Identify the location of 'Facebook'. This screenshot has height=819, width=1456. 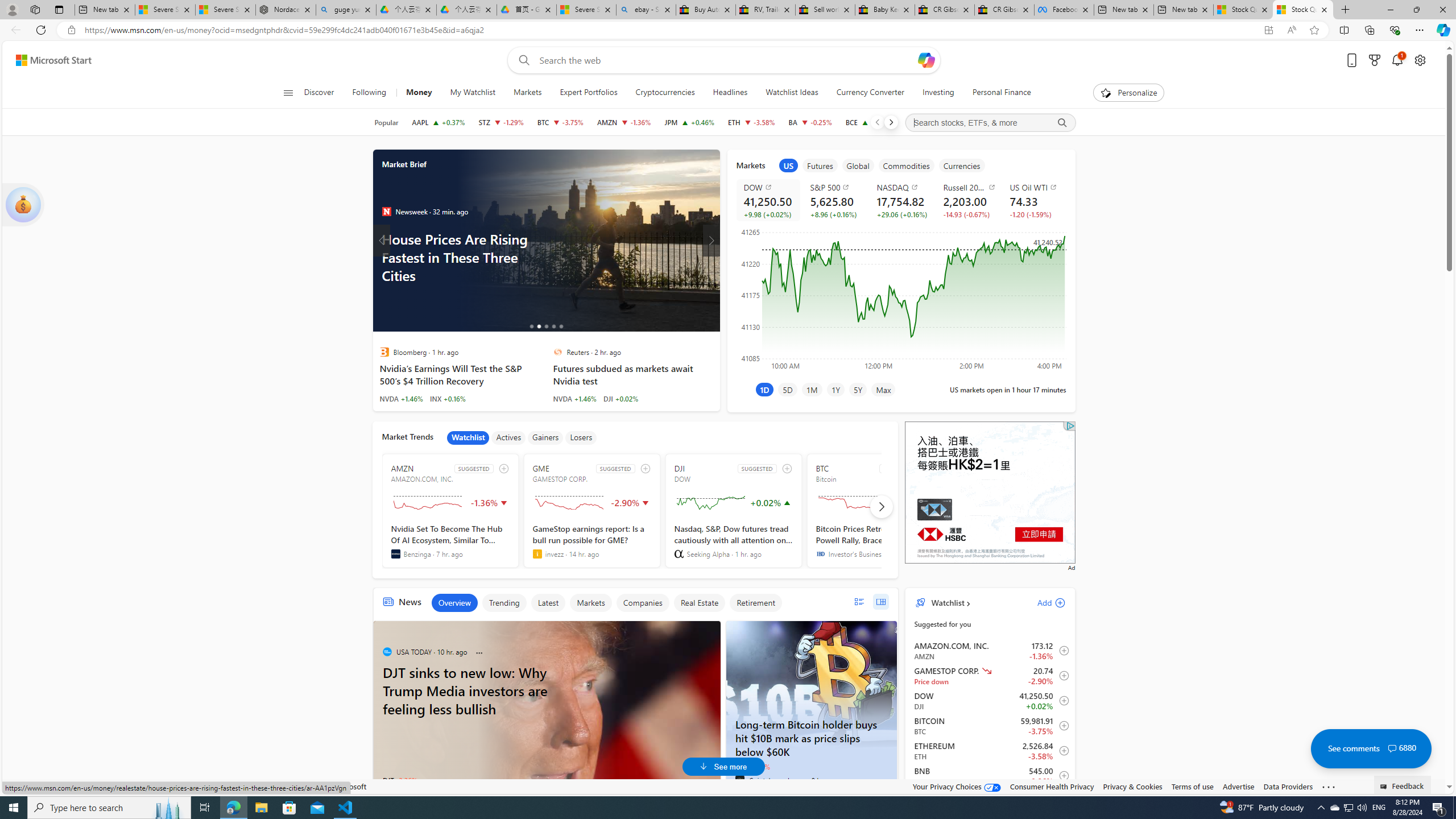
(1064, 9).